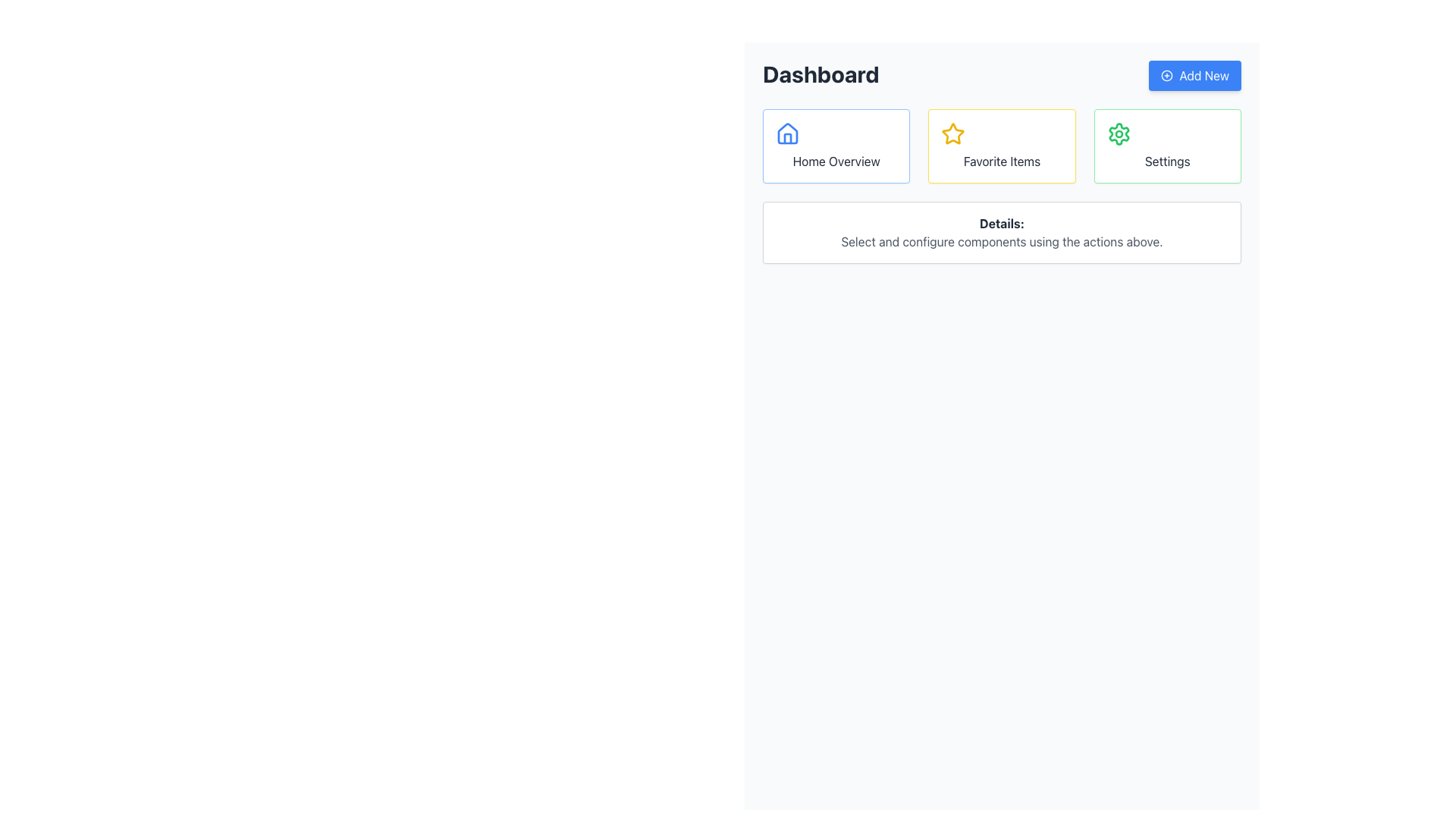 This screenshot has width=1456, height=819. What do you see at coordinates (1002, 233) in the screenshot?
I see `the informational panel that provides guidance for selecting and configuring components, located below 'Home Overview', 'Favorite Items', and 'Settings'` at bounding box center [1002, 233].